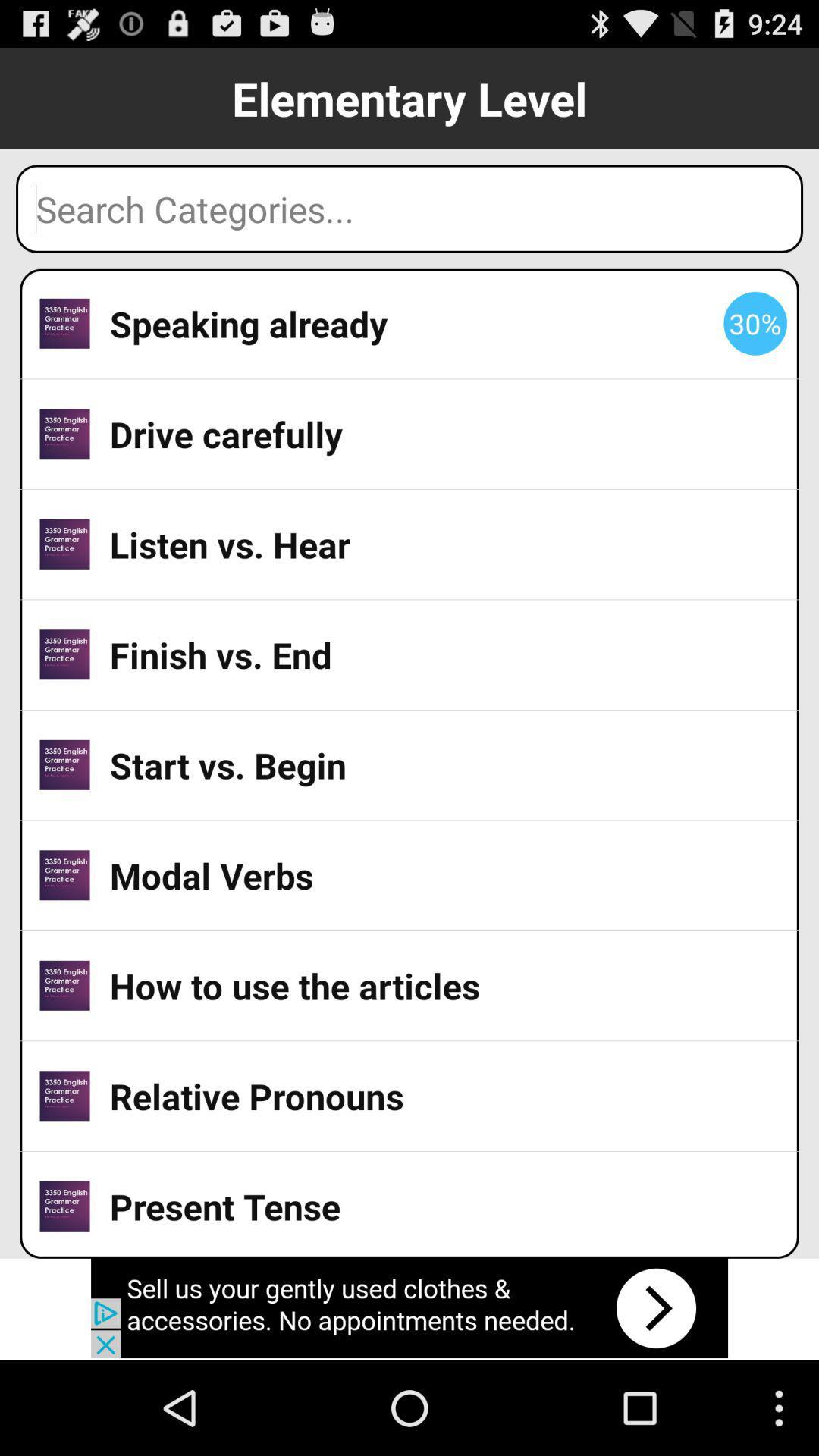 Image resolution: width=819 pixels, height=1456 pixels. I want to click on search bar, so click(409, 208).